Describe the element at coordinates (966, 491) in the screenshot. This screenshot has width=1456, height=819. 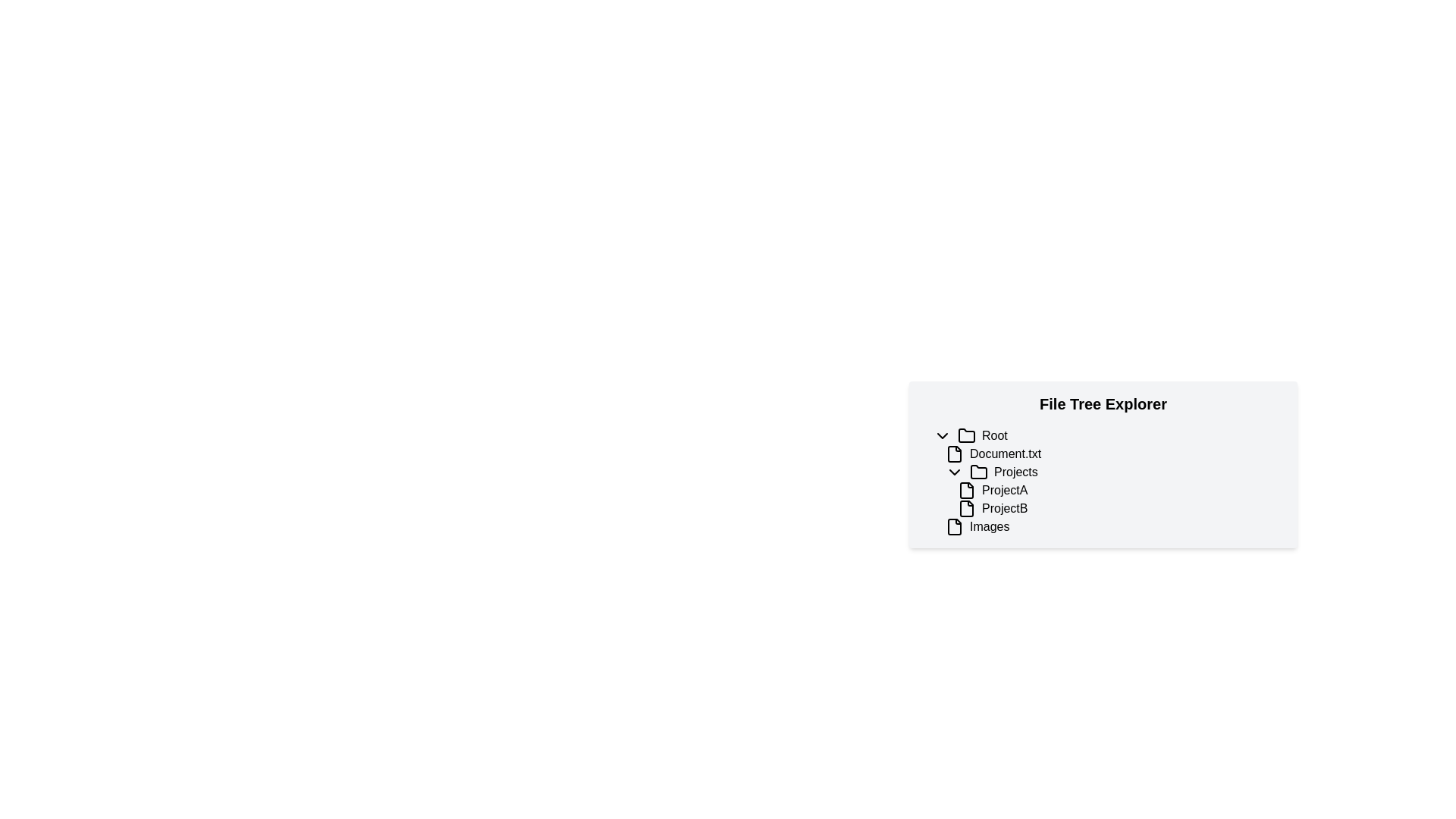
I see `the icon representing 'ProjectA' in the file tree, located at the left end of the row for quick recognition` at that location.